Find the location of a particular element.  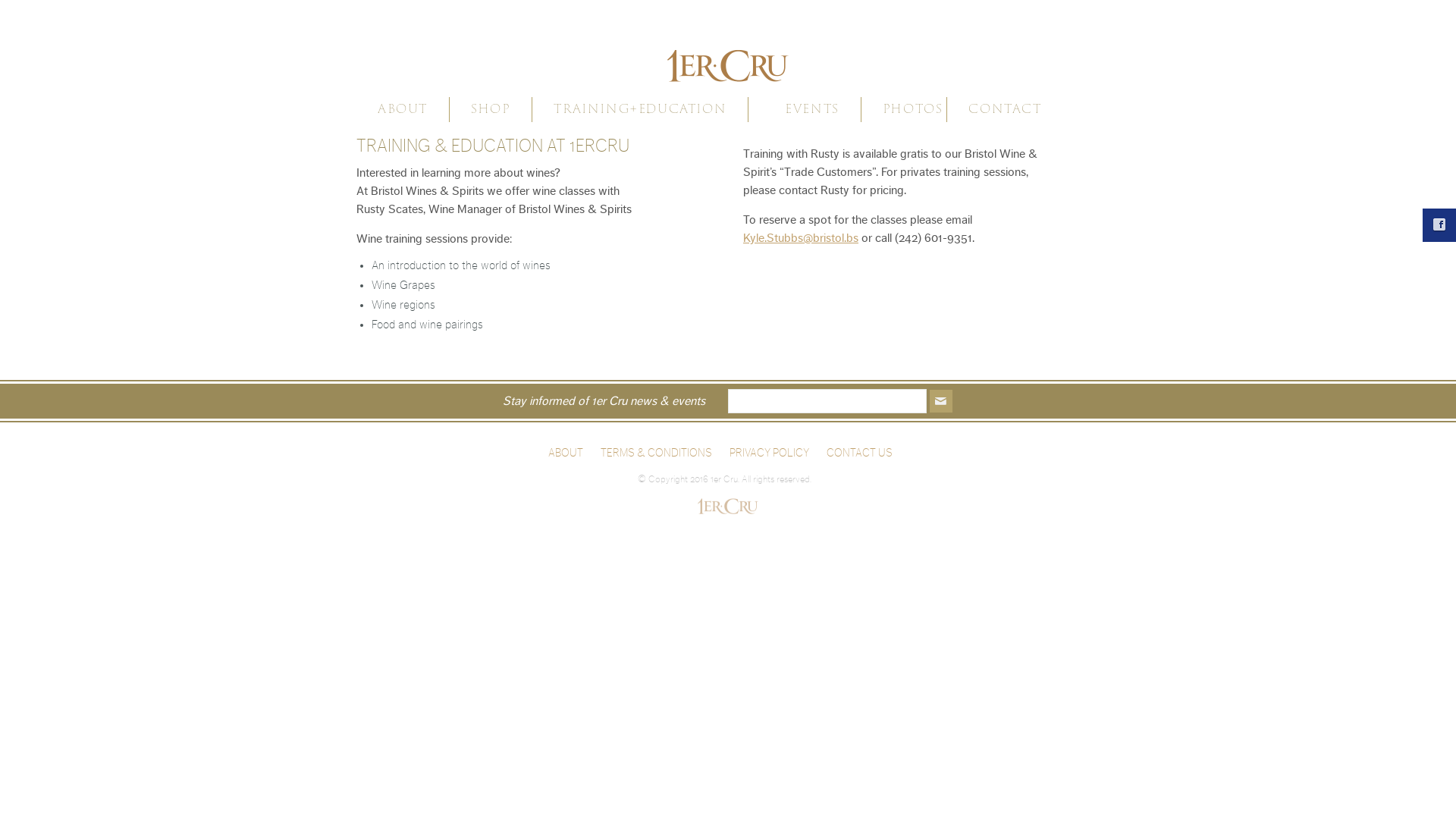

'subscribe' is located at coordinates (940, 400).